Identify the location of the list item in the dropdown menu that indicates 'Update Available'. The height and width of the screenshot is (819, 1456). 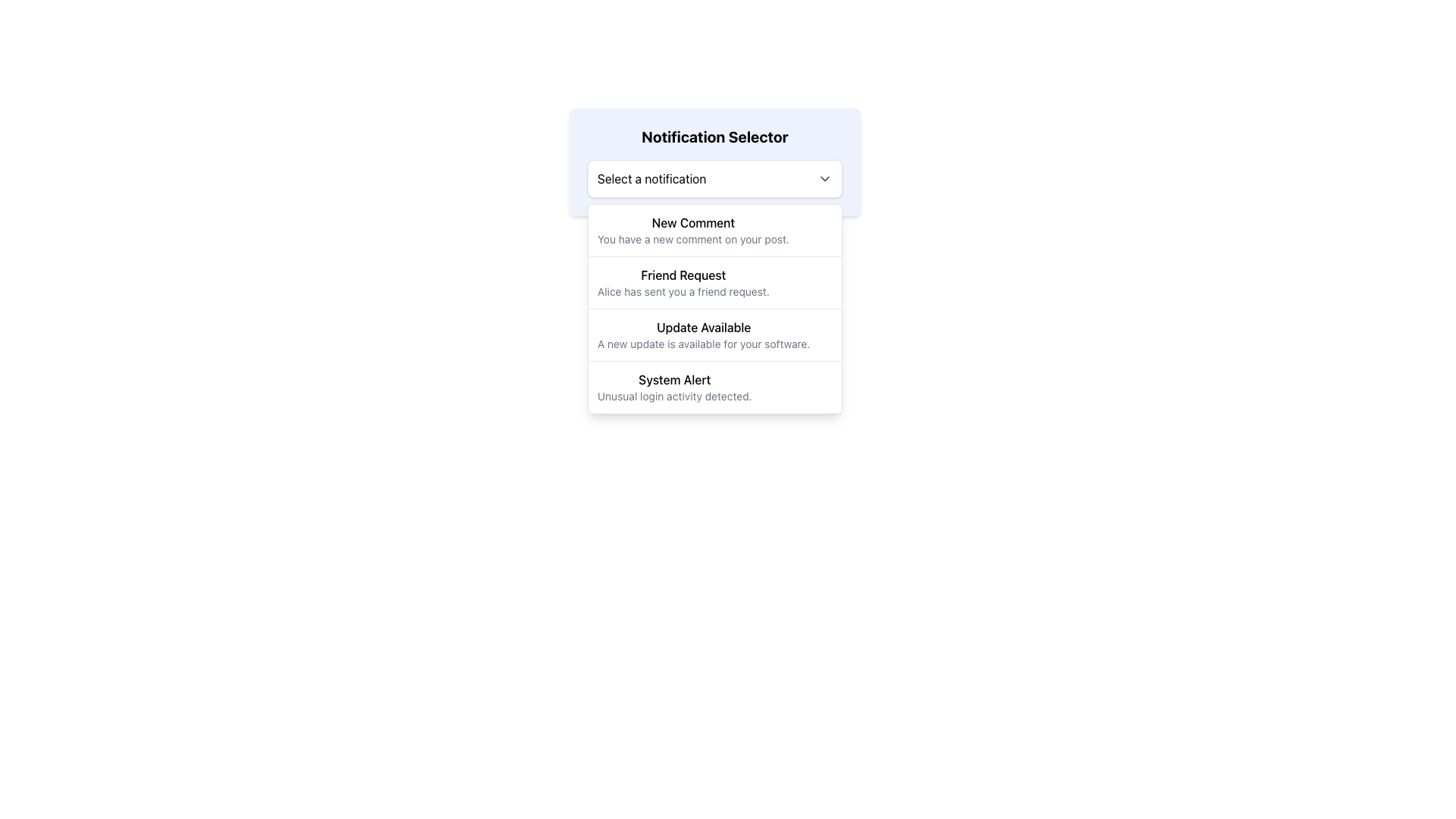
(714, 334).